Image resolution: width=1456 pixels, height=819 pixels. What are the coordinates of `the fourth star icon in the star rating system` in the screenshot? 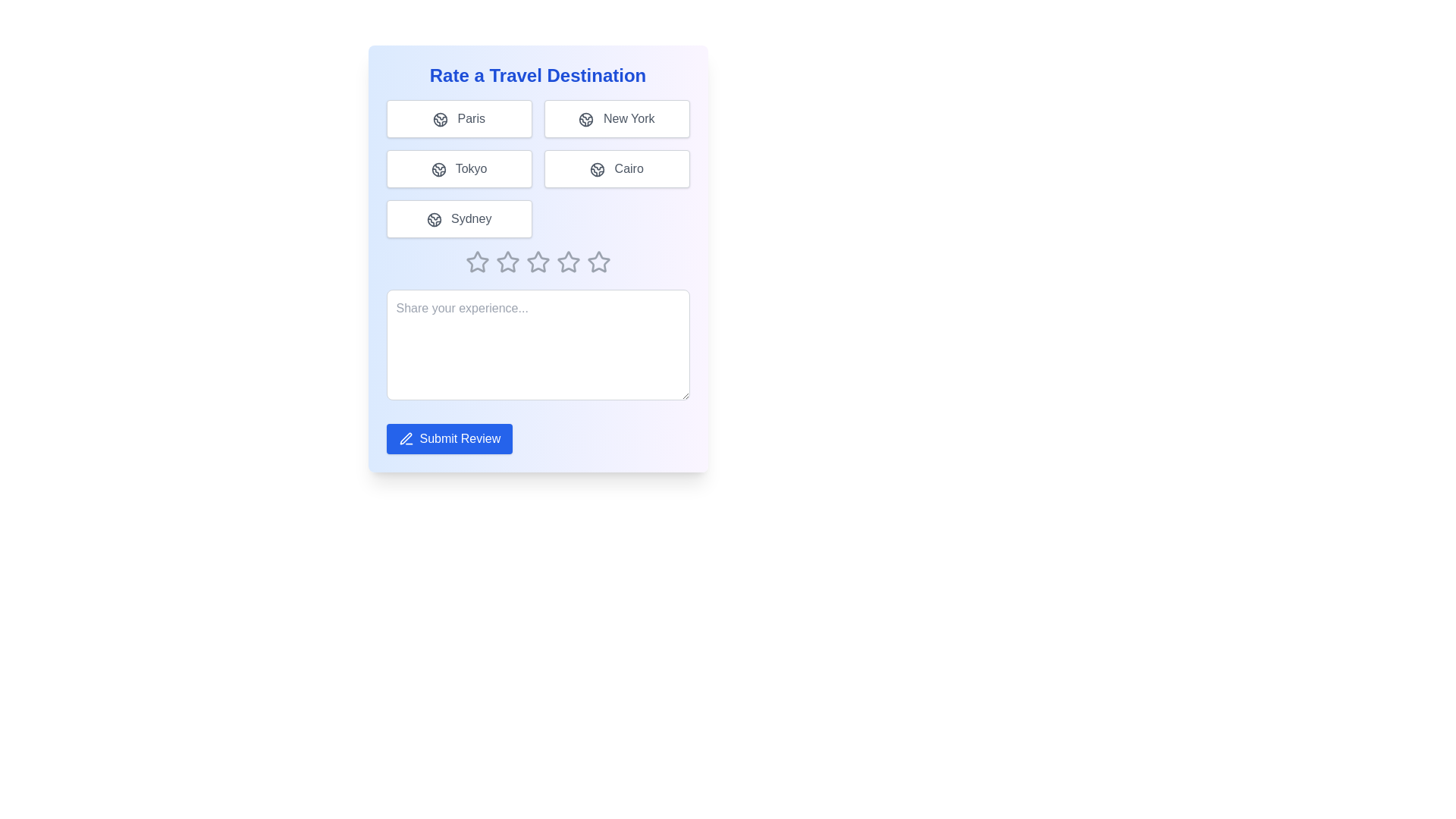 It's located at (538, 262).